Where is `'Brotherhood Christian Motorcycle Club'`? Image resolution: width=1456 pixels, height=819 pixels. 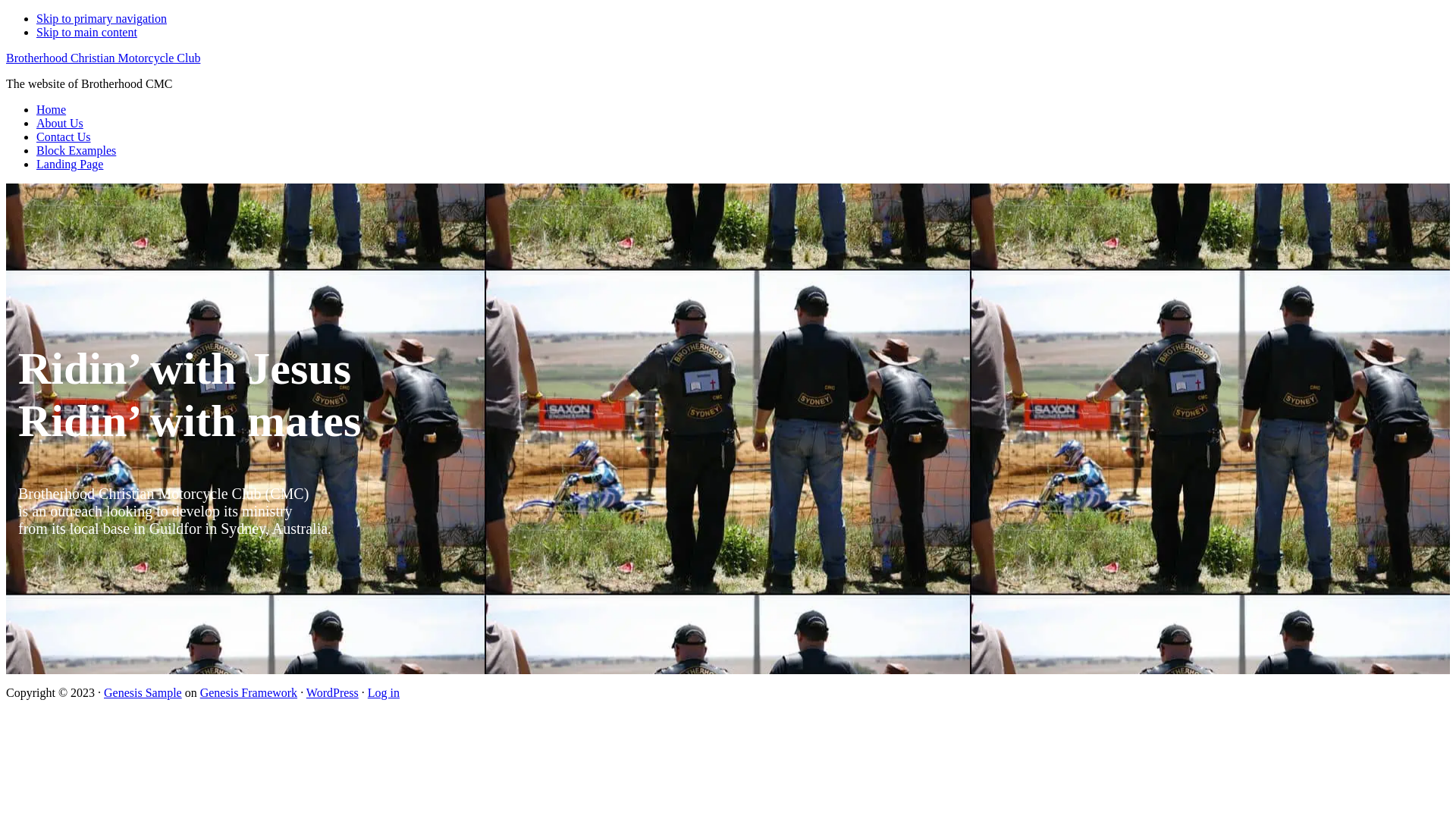 'Brotherhood Christian Motorcycle Club' is located at coordinates (102, 57).